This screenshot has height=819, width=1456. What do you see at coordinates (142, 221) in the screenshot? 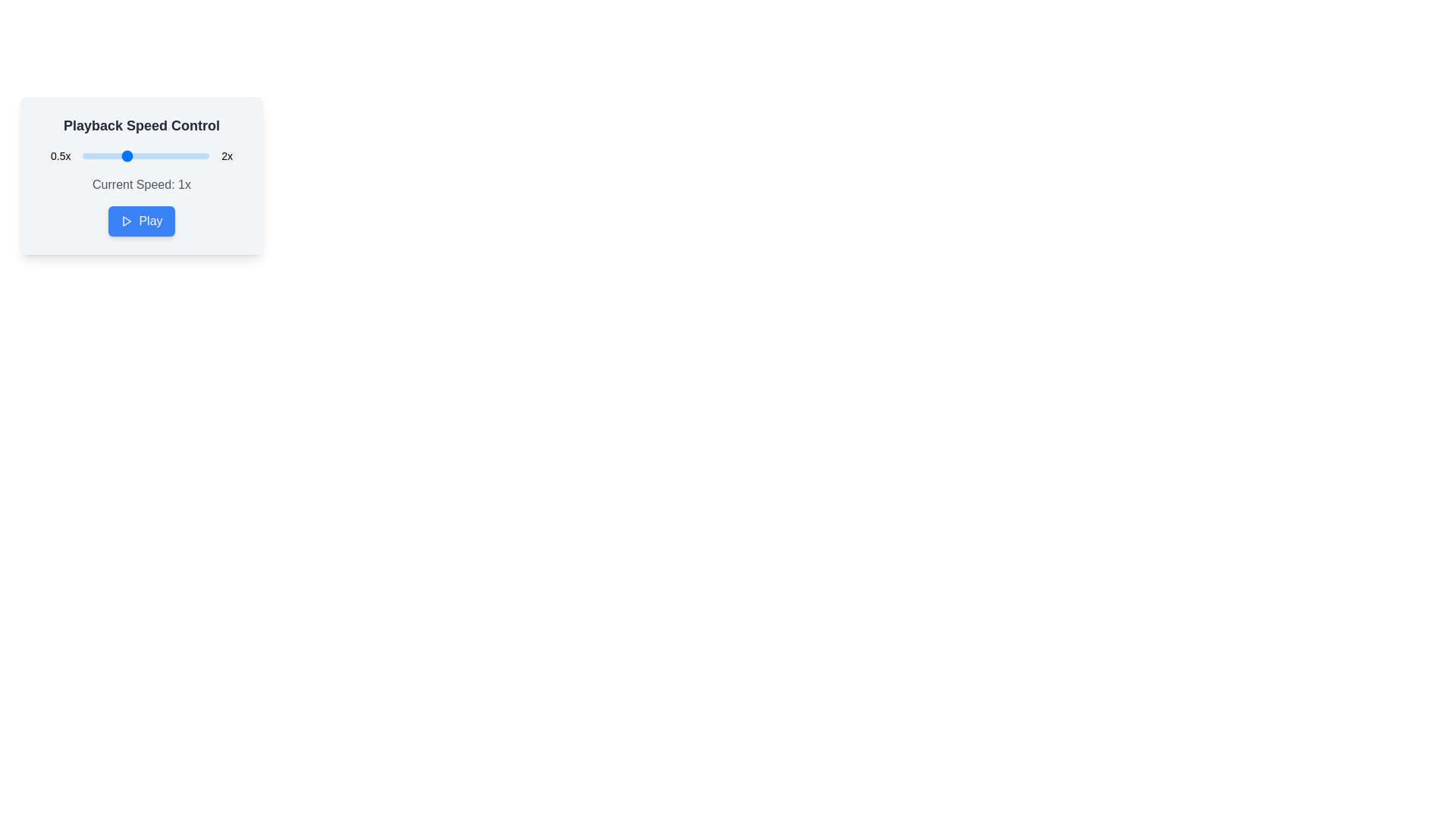
I see `the 'Play' button to start playback` at bounding box center [142, 221].